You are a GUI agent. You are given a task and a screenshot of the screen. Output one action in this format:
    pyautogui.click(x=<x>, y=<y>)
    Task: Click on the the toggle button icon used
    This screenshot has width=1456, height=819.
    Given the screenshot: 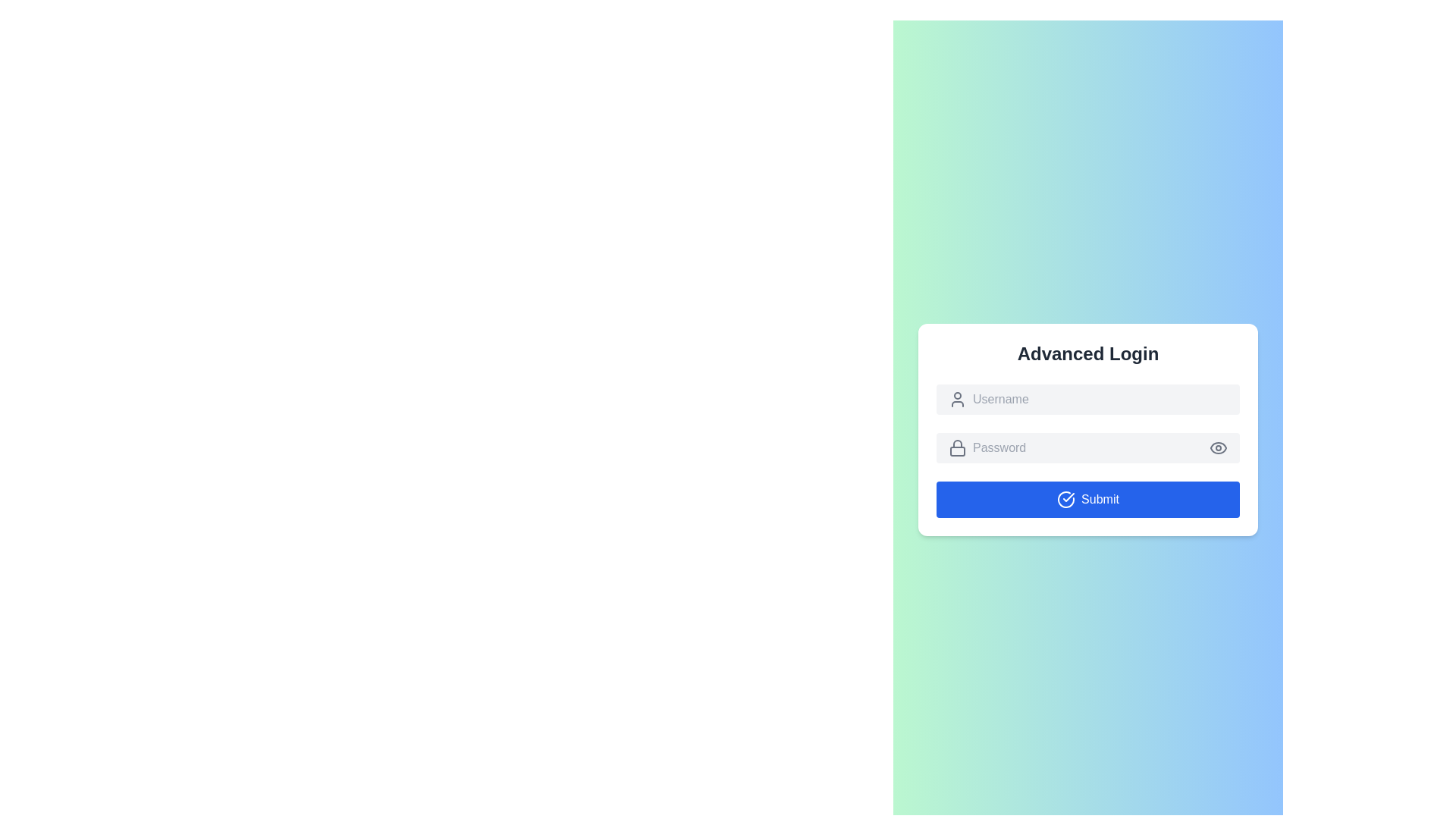 What is the action you would take?
    pyautogui.click(x=1219, y=447)
    